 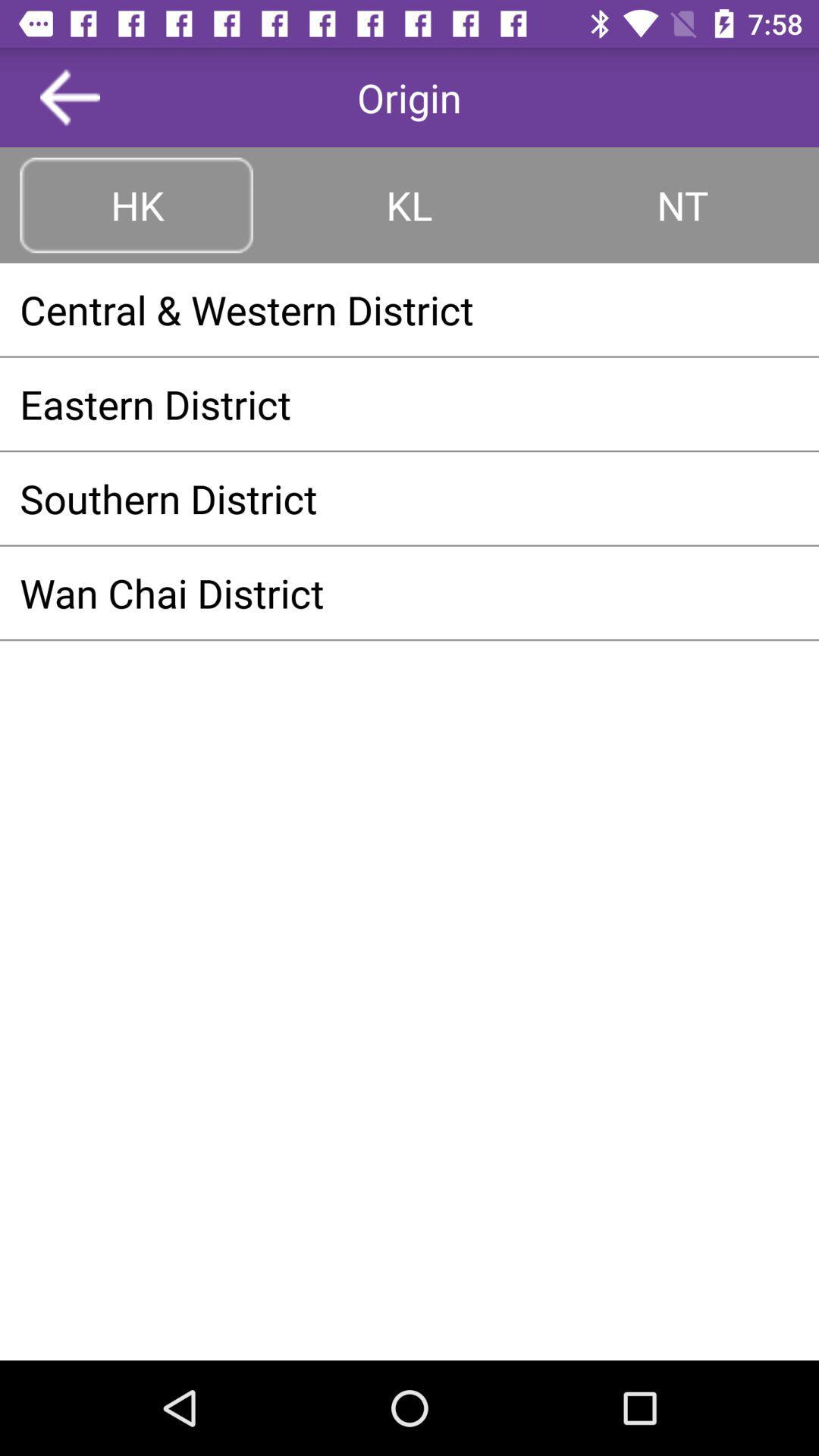 I want to click on the icon below hk item, so click(x=409, y=309).